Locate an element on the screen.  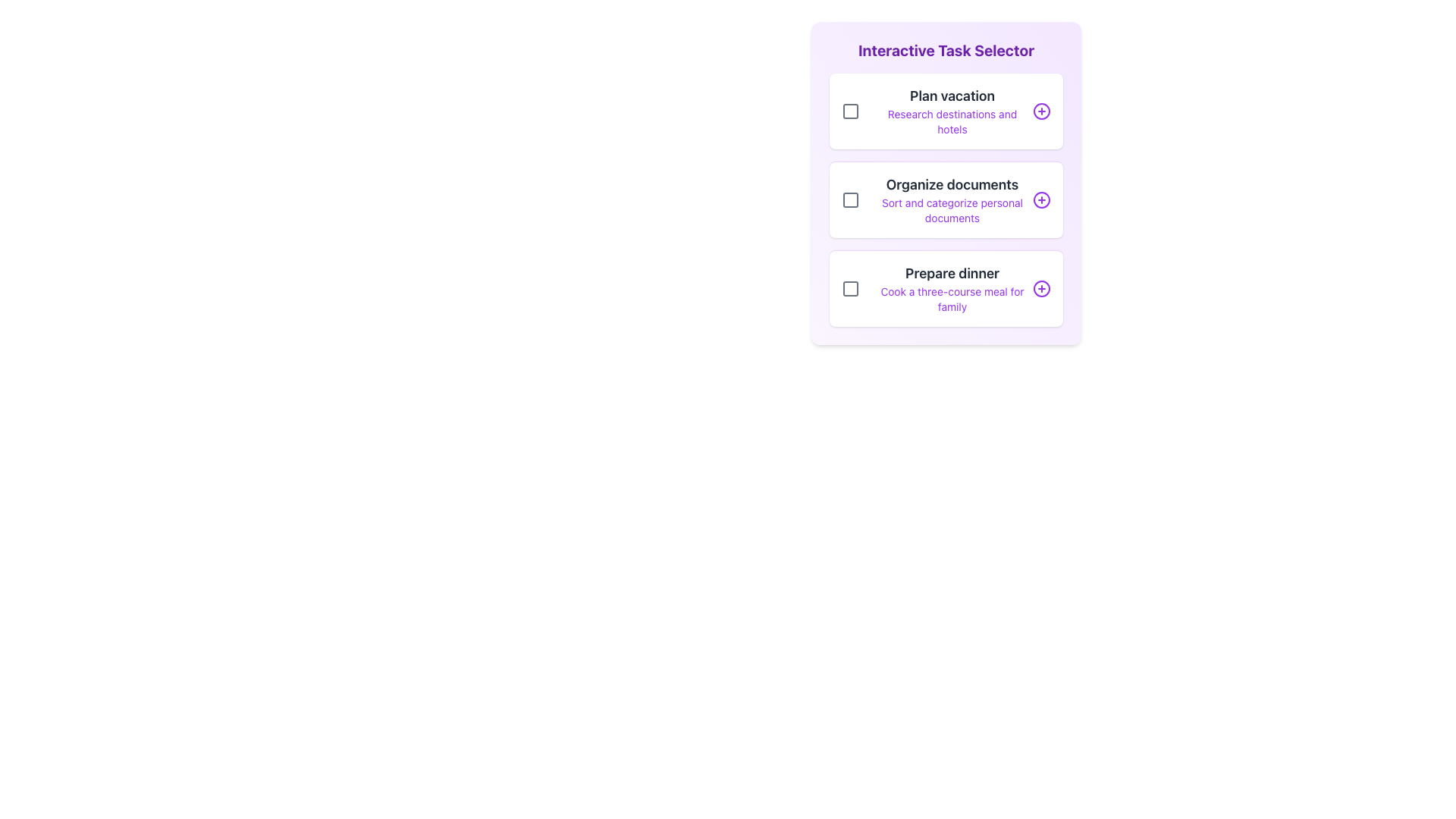
the rectangular SVG shape with a rounded border, positioned in the second row of the 'Interactive Task Selector' list, aligning with the 'Organize documents' checkbox is located at coordinates (851, 199).